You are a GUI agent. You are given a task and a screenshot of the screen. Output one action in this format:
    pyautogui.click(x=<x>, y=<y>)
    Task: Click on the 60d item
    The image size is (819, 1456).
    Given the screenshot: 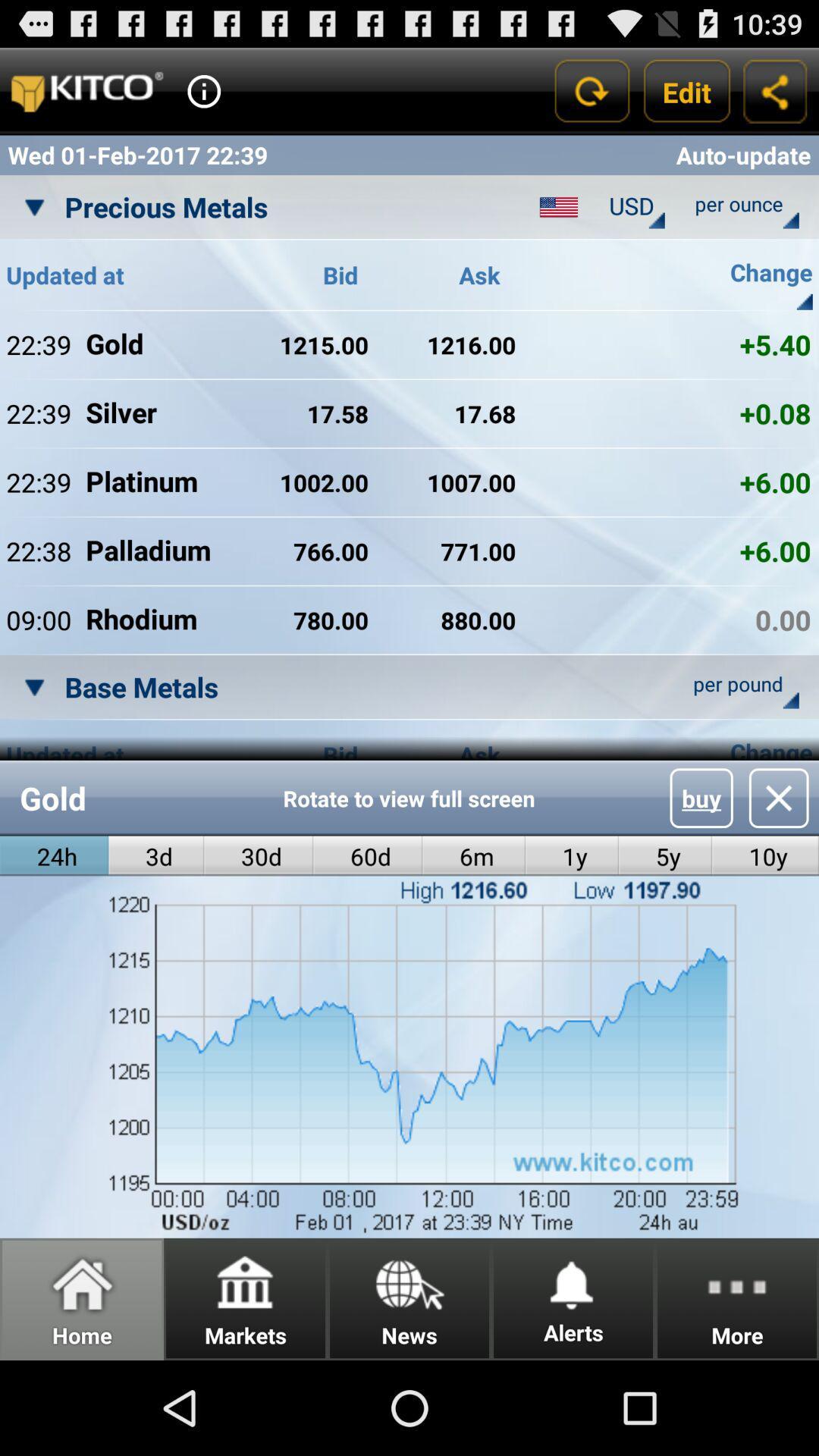 What is the action you would take?
    pyautogui.click(x=368, y=856)
    